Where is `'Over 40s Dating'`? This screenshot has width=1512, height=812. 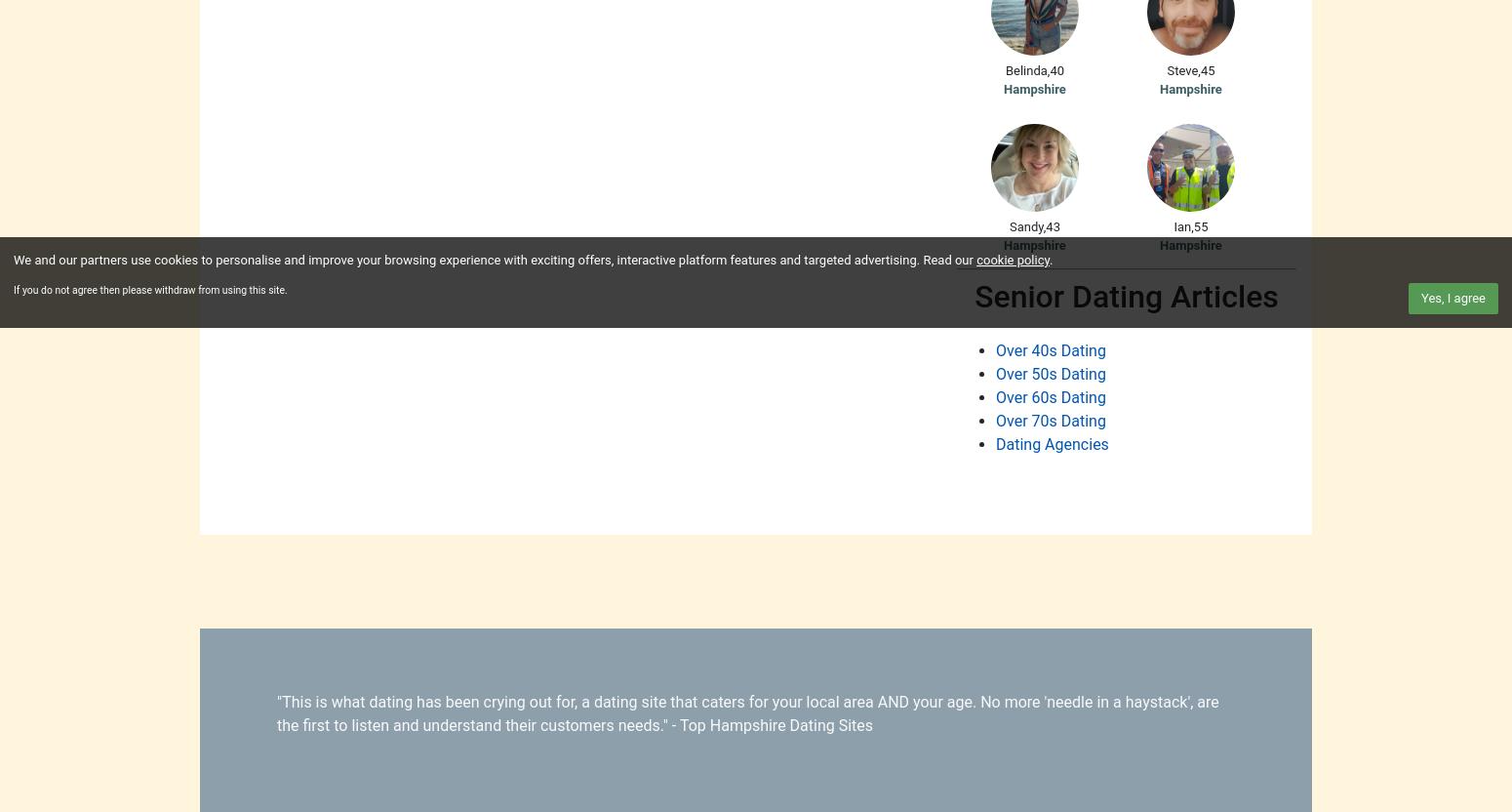
'Over 40s Dating' is located at coordinates (1050, 349).